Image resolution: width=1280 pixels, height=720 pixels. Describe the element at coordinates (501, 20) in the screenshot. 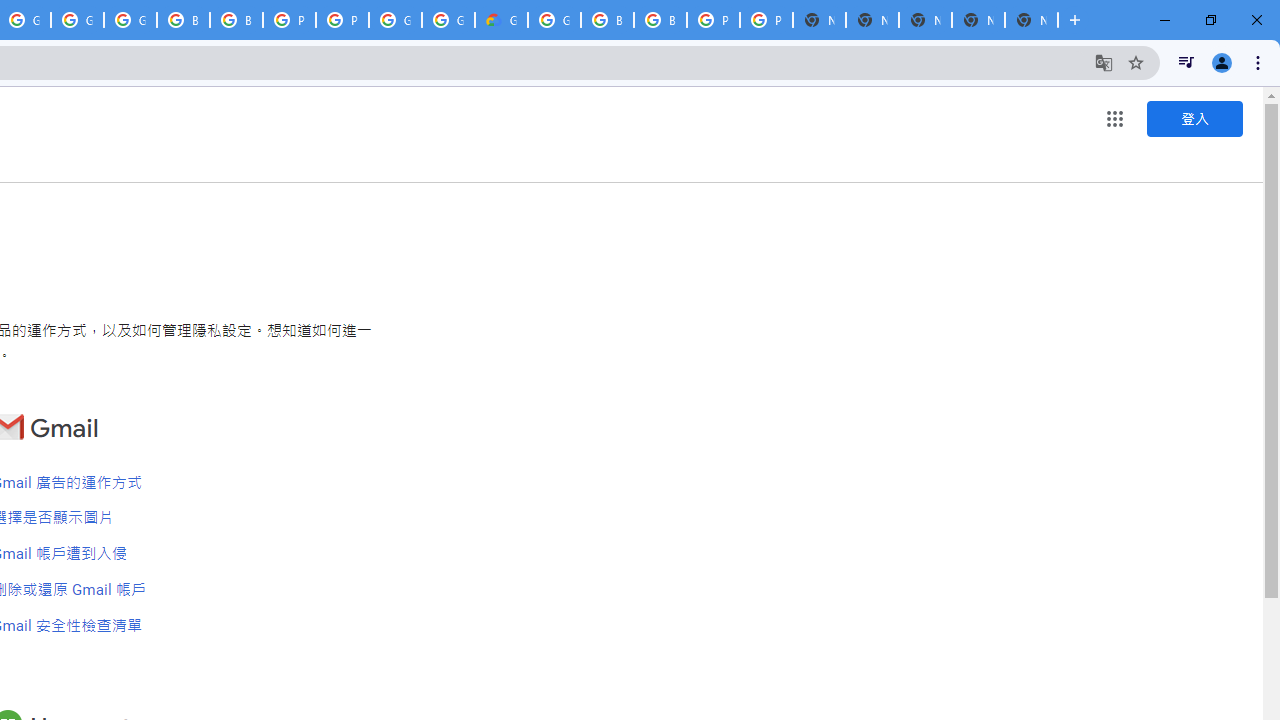

I see `'Google Cloud Estimate Summary'` at that location.